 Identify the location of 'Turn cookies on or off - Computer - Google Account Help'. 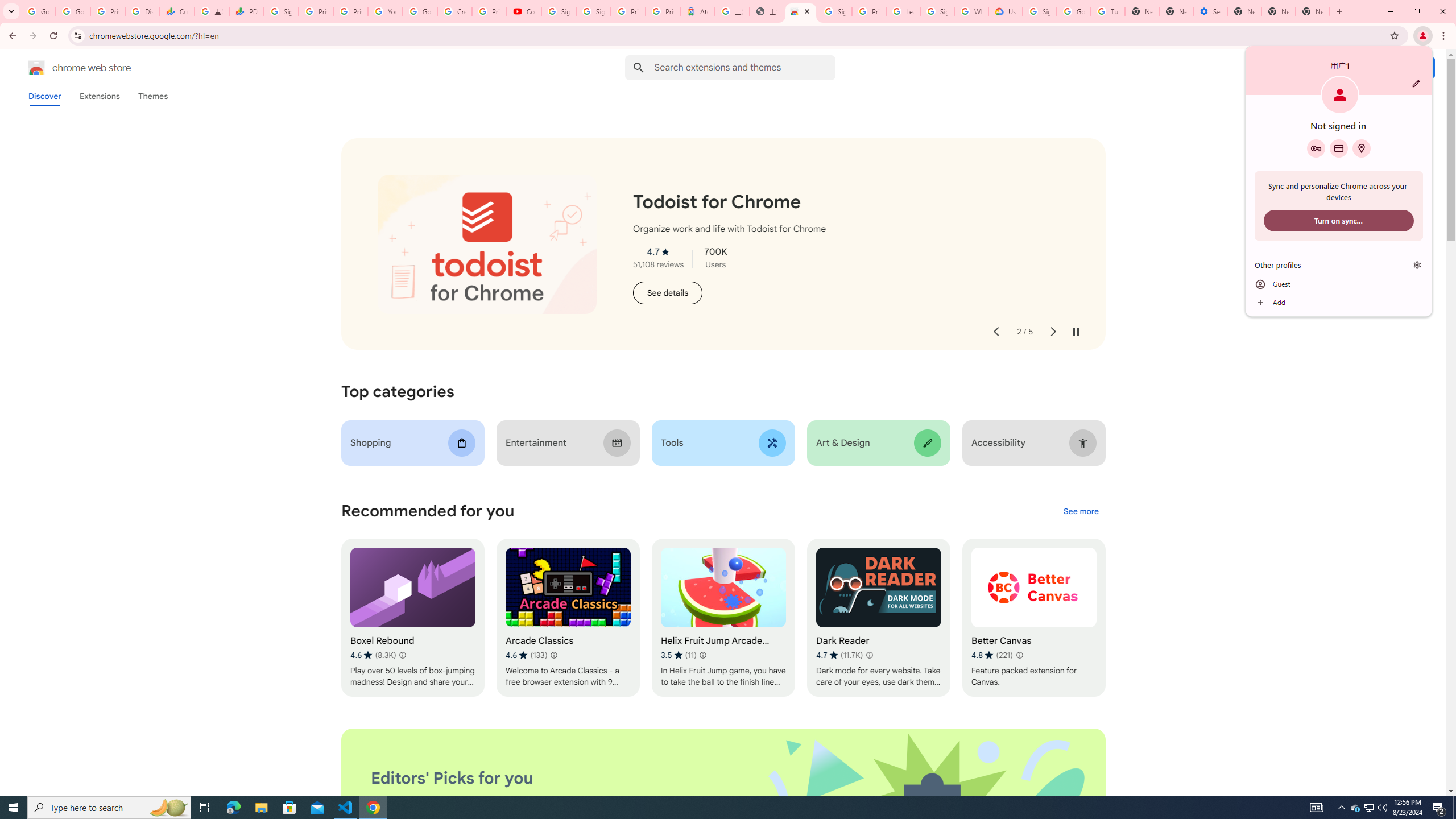
(1108, 11).